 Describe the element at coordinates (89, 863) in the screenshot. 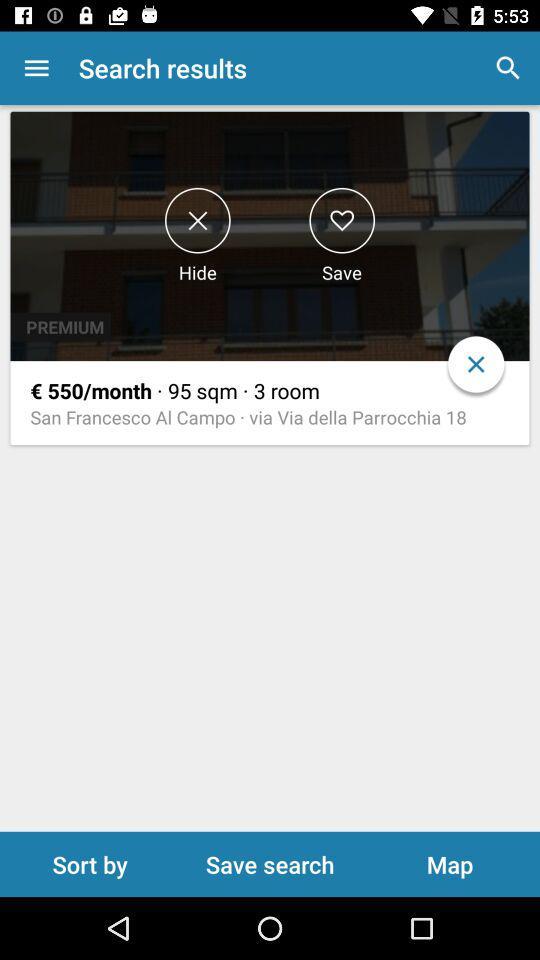

I see `sort by icon` at that location.